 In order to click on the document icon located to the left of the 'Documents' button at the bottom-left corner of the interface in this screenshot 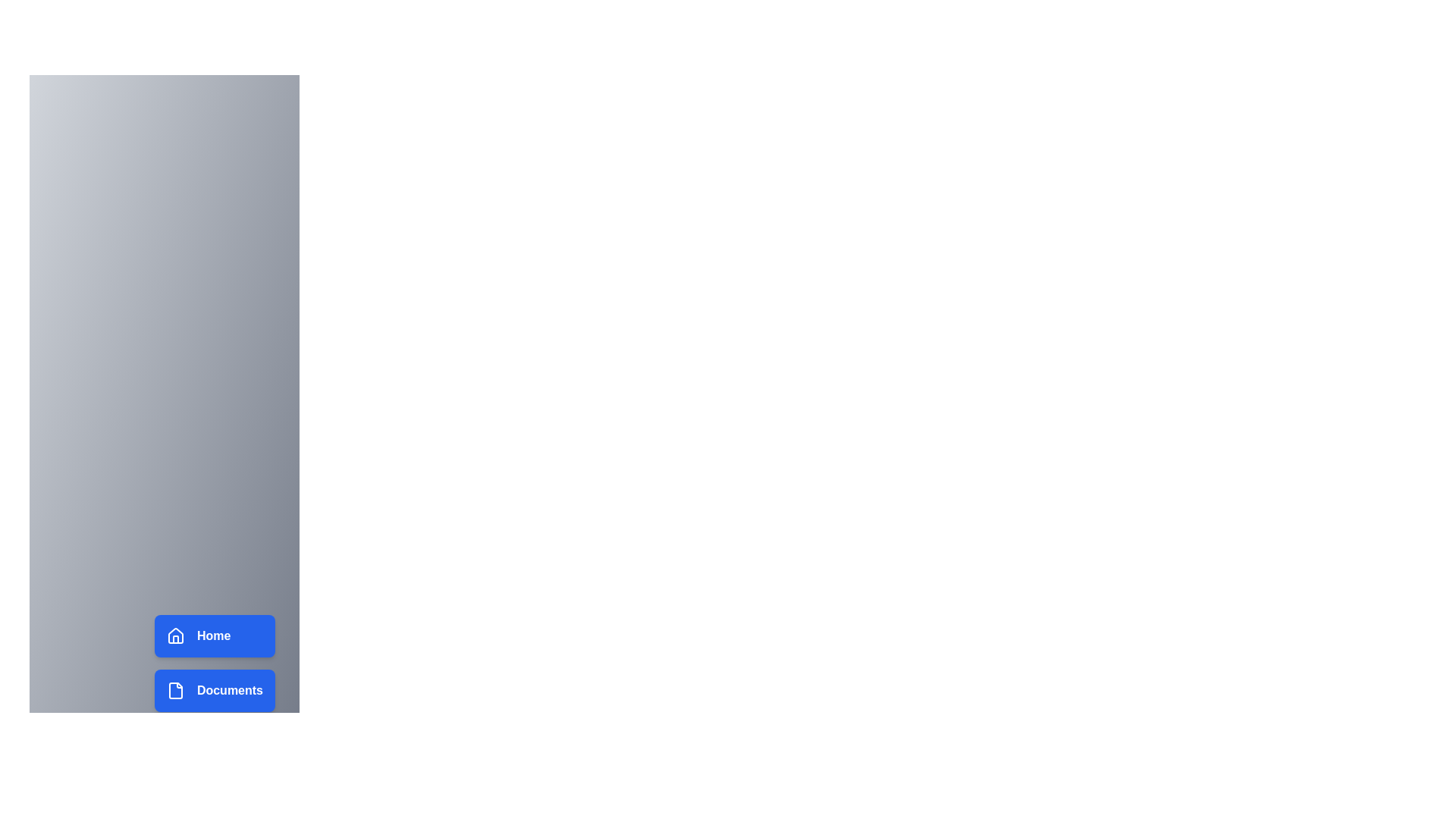, I will do `click(175, 690)`.